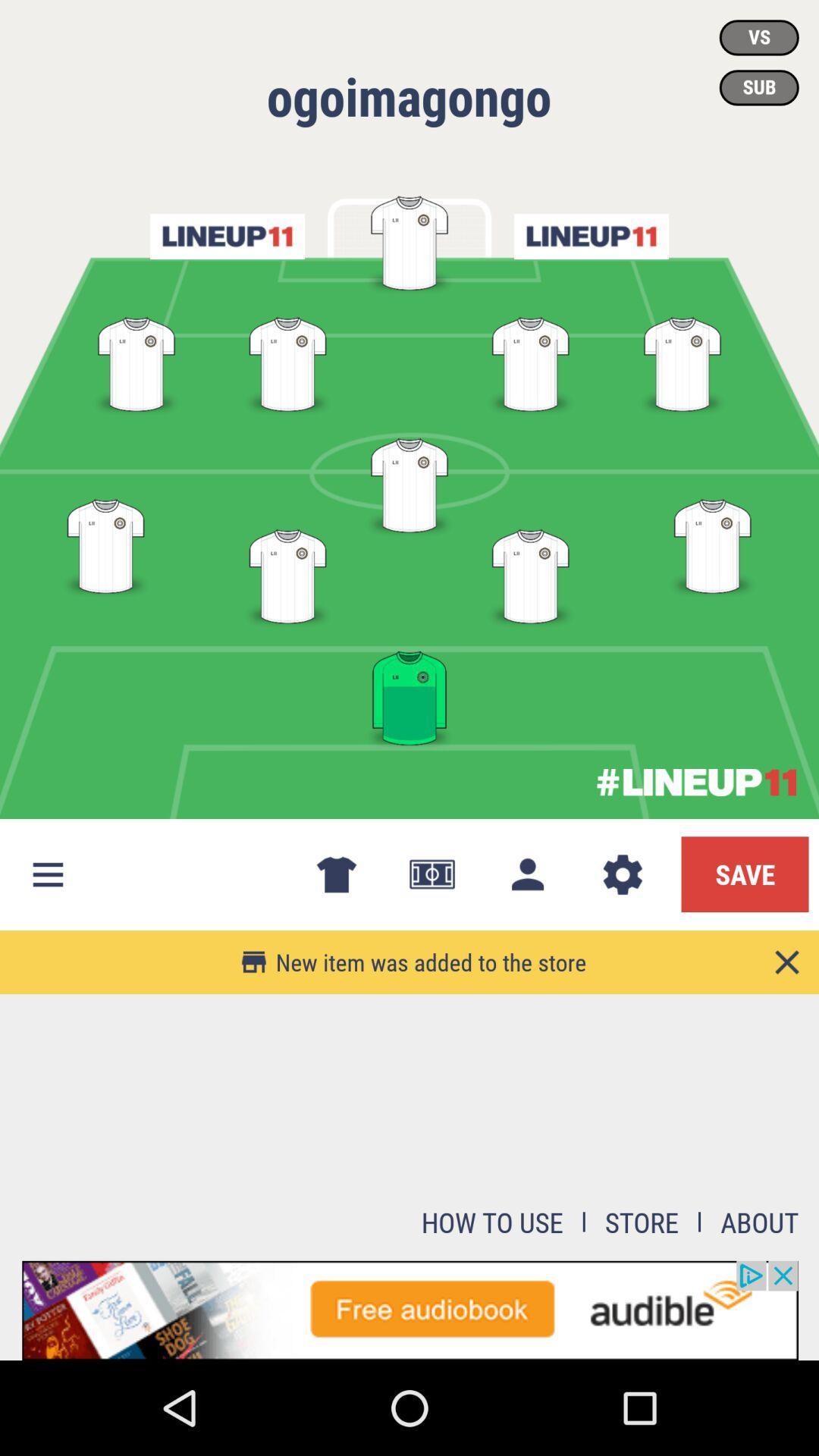 Image resolution: width=819 pixels, height=1456 pixels. What do you see at coordinates (623, 874) in the screenshot?
I see `the settings icon` at bounding box center [623, 874].